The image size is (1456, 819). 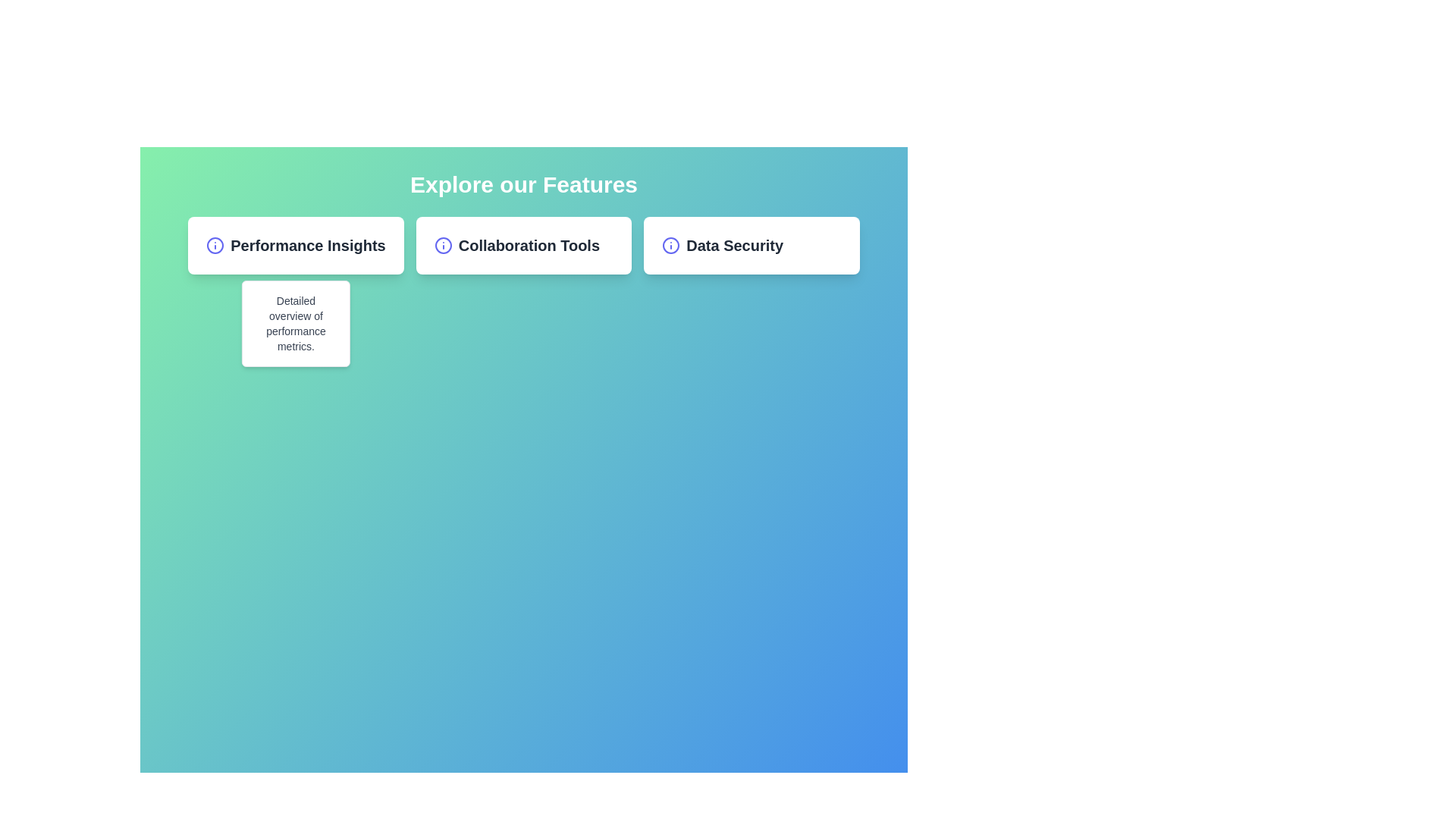 I want to click on headline text that introduces the features section, positioned at the top of the page and centered horizontally above the feature cards, so click(x=524, y=184).